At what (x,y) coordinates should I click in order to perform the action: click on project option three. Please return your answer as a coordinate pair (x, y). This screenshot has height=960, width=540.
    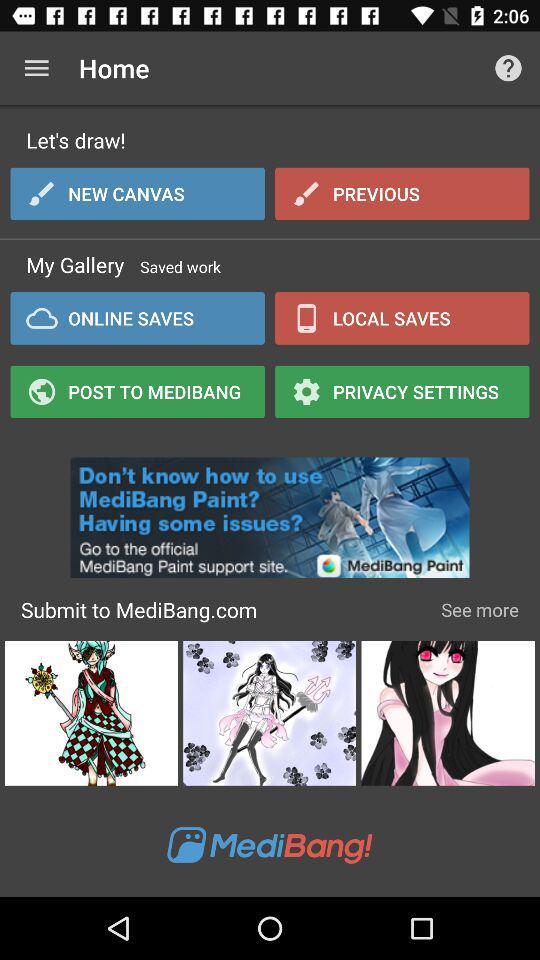
    Looking at the image, I should click on (448, 713).